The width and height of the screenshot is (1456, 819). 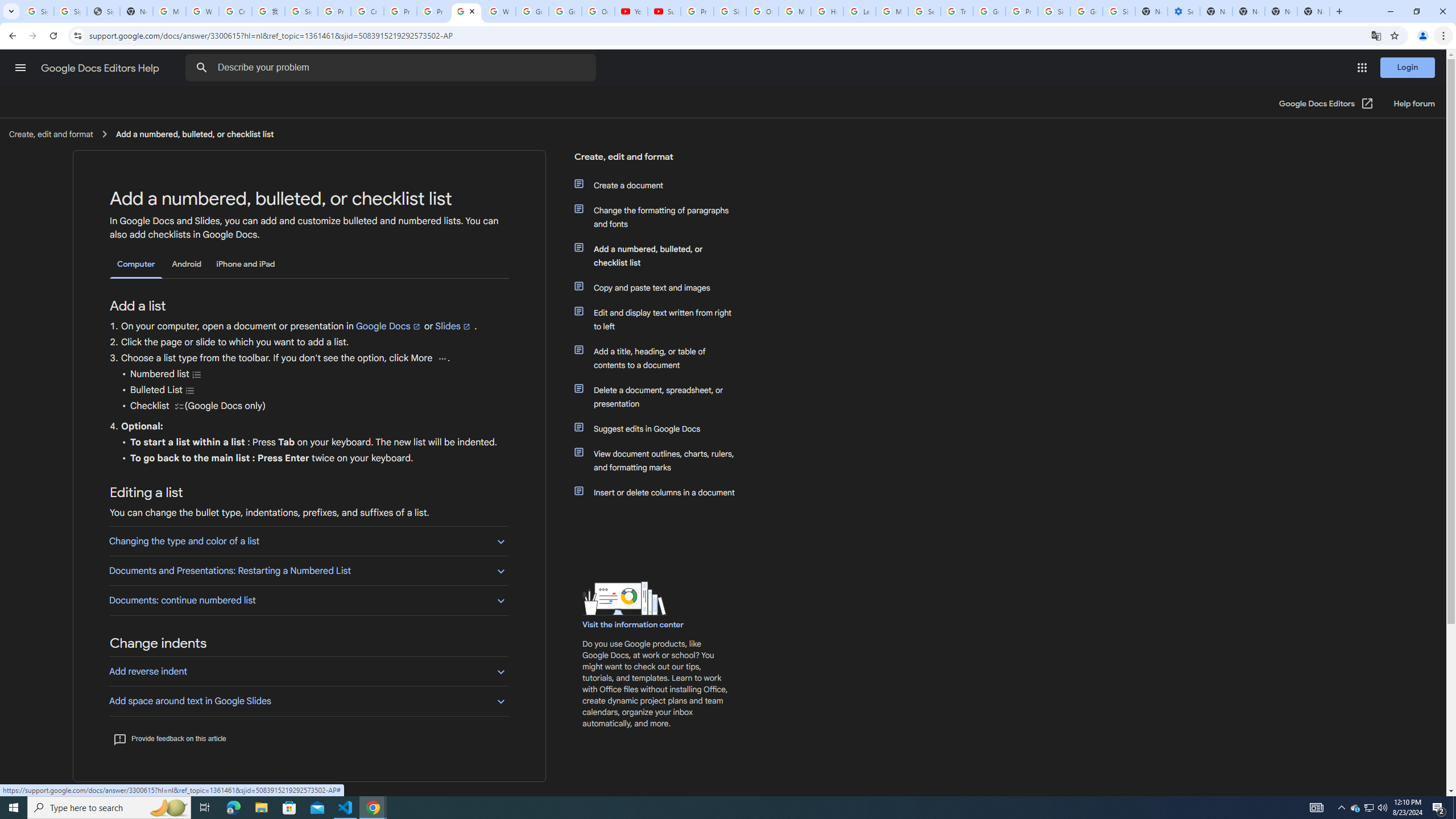 I want to click on 'Google Docs Editors (Opens in new window)', so click(x=1326, y=103).